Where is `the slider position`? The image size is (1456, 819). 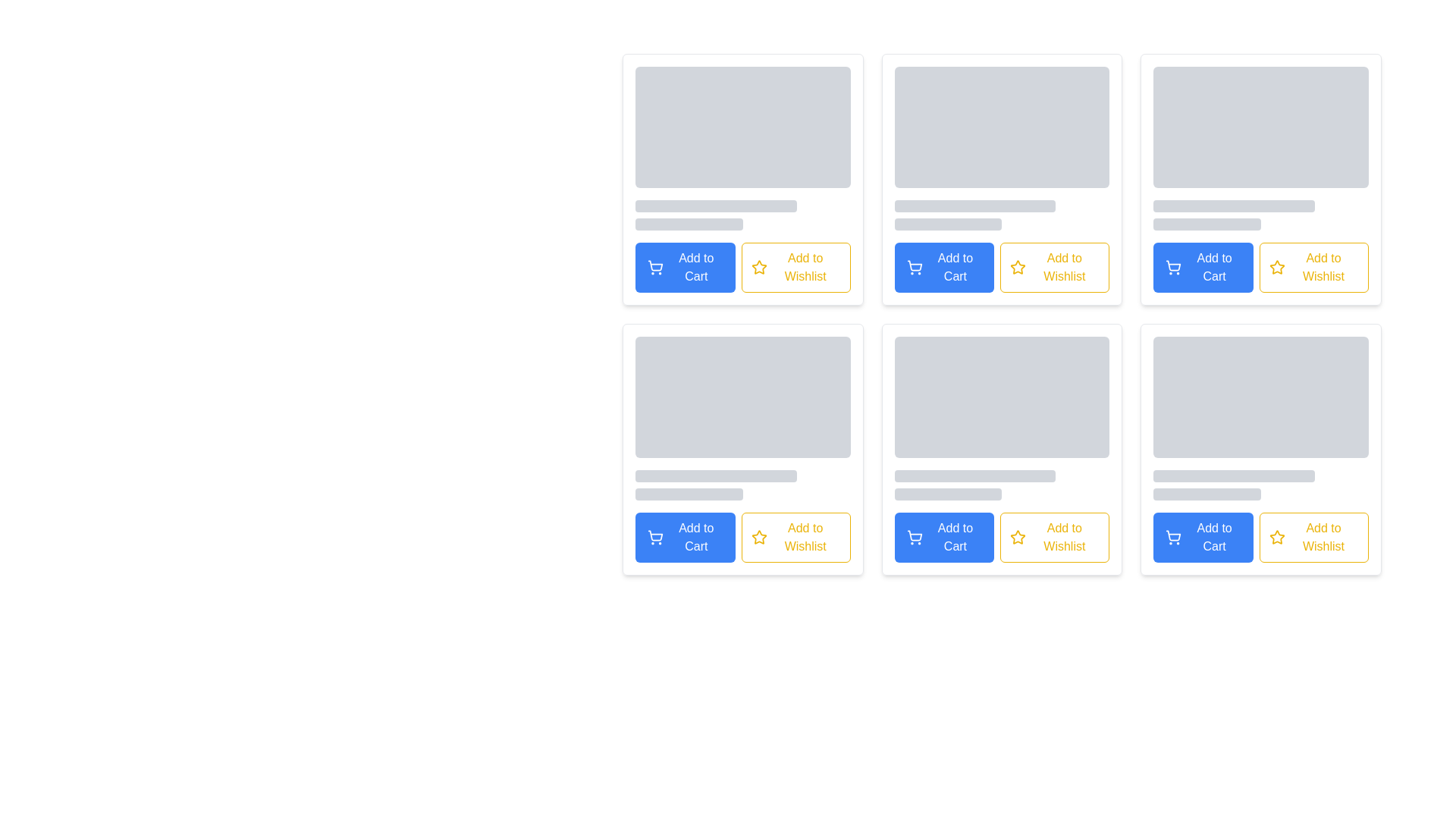 the slider position is located at coordinates (971, 494).